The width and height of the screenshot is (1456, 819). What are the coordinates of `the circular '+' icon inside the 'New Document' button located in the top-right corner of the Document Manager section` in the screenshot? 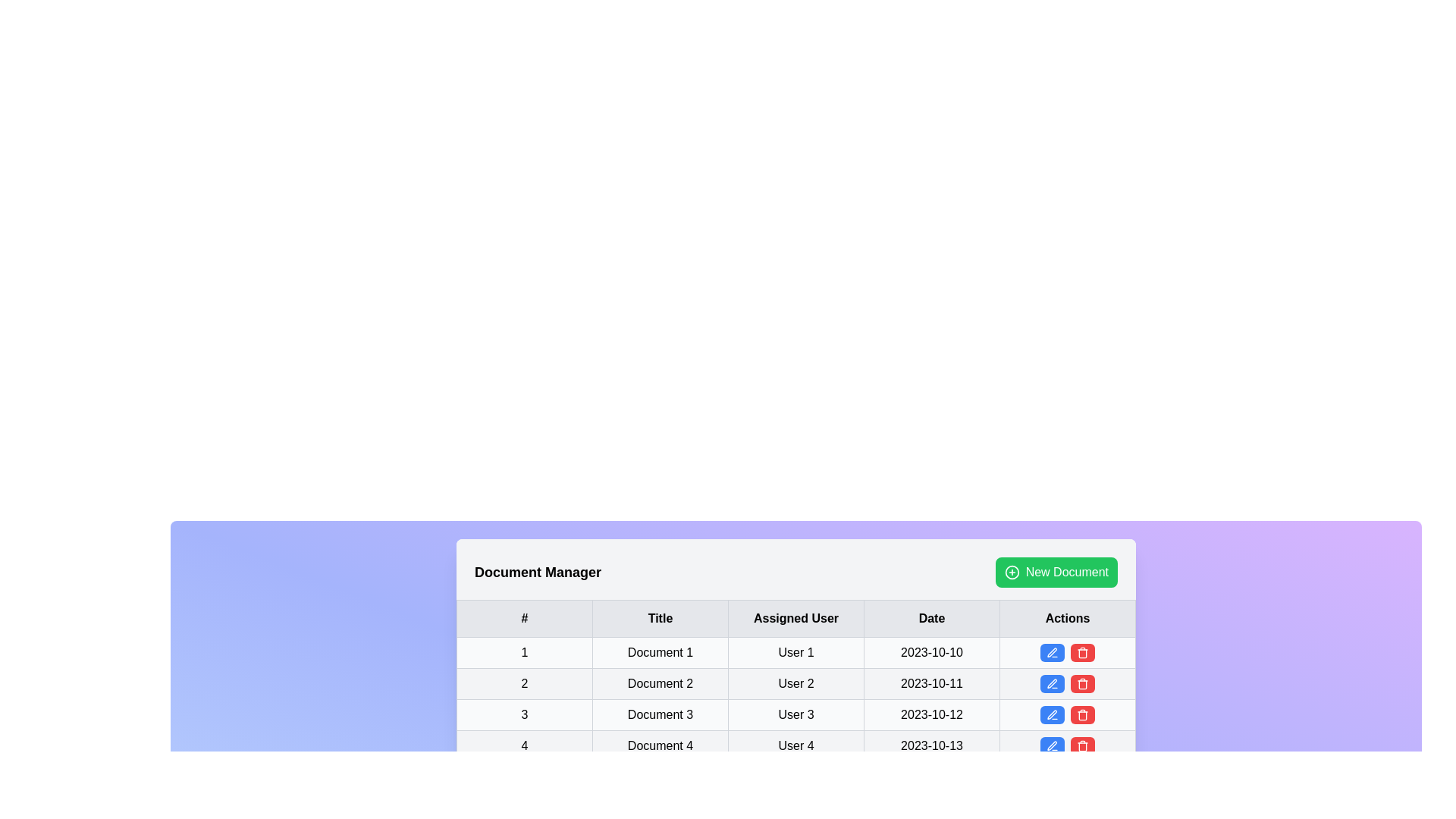 It's located at (1012, 573).